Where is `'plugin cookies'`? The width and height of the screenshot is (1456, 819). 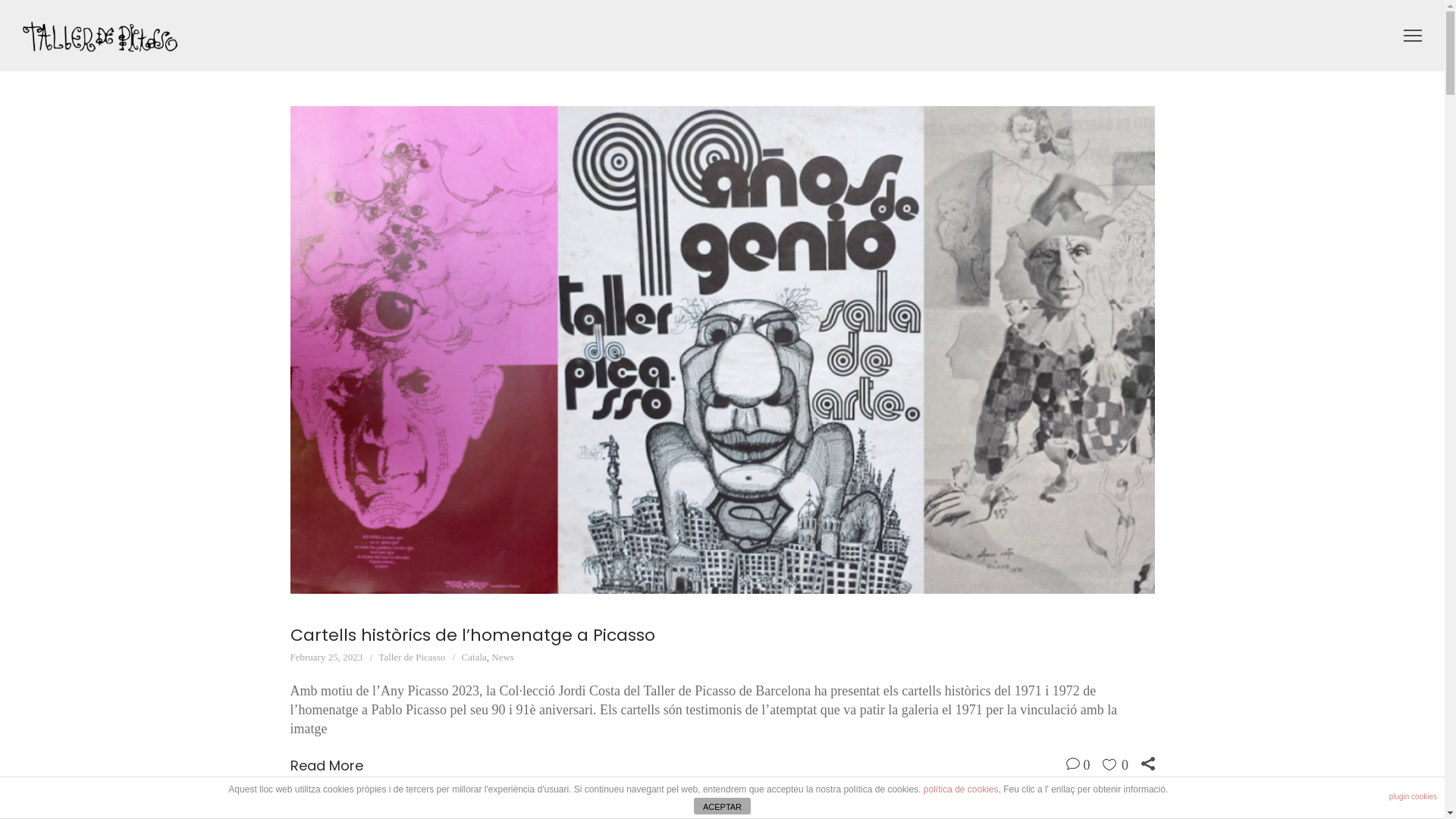 'plugin cookies' is located at coordinates (1412, 795).